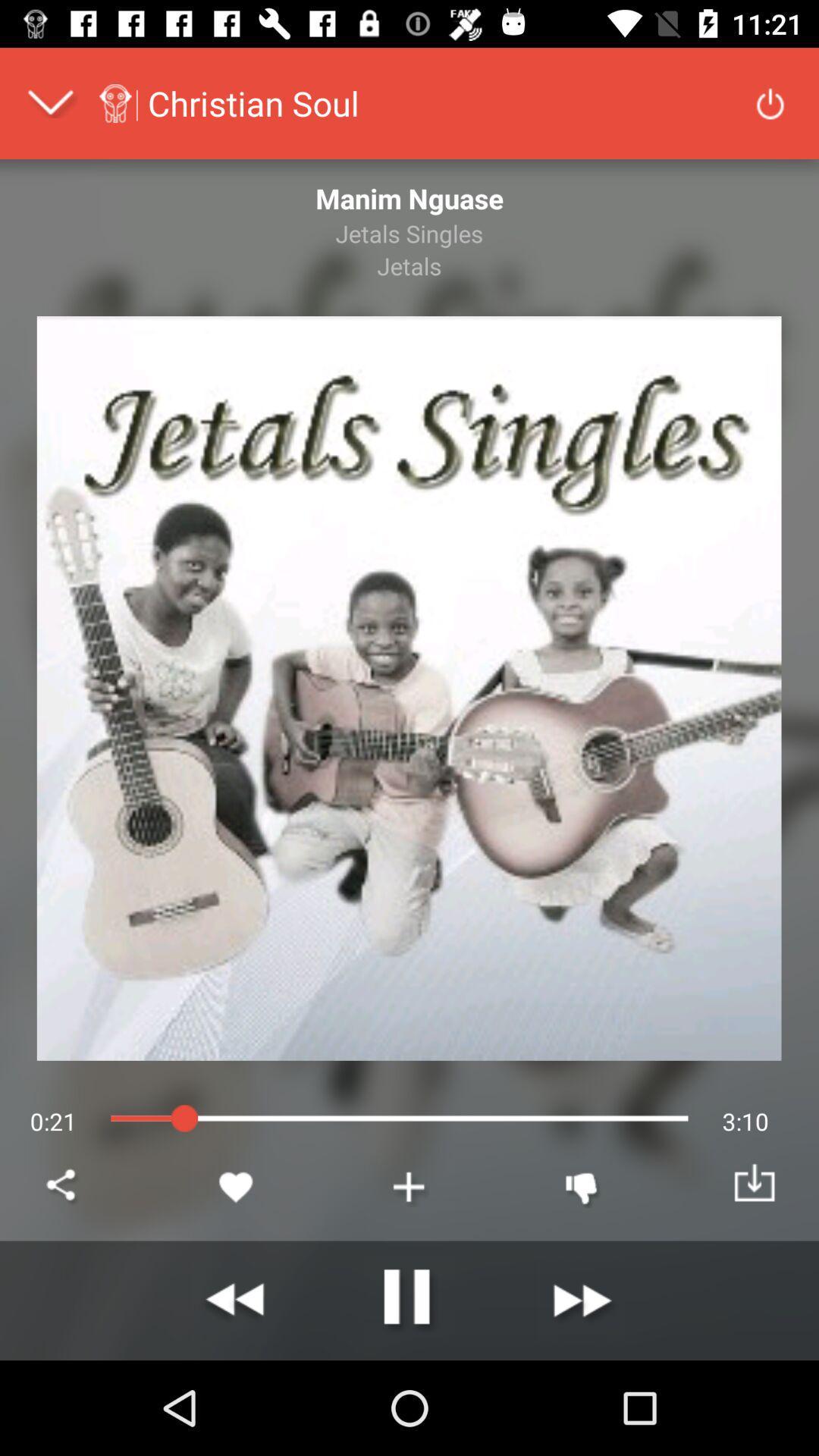 This screenshot has width=819, height=1456. Describe the element at coordinates (237, 1300) in the screenshot. I see `the av_rewind icon` at that location.